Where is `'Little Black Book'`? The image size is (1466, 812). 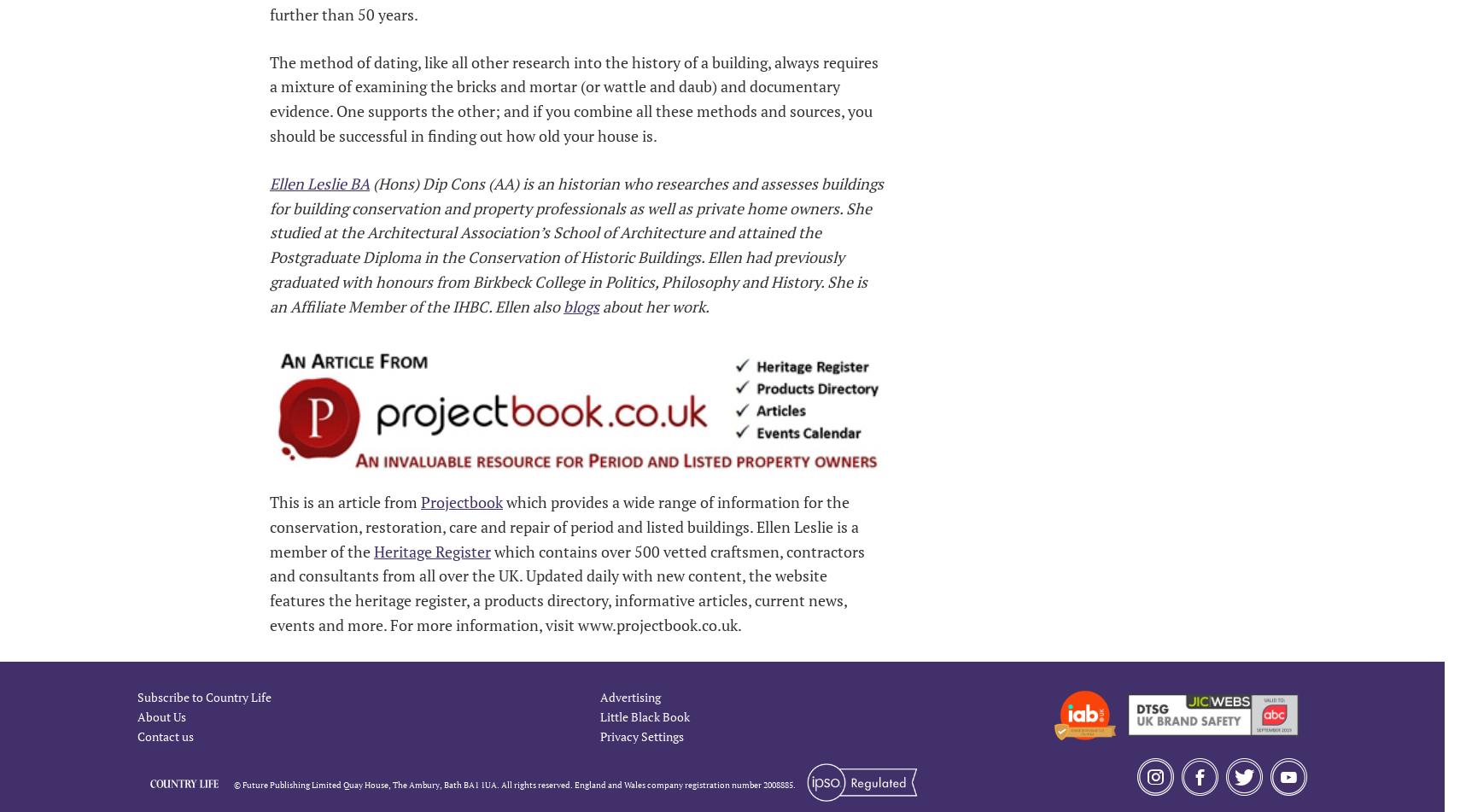 'Little Black Book' is located at coordinates (645, 715).